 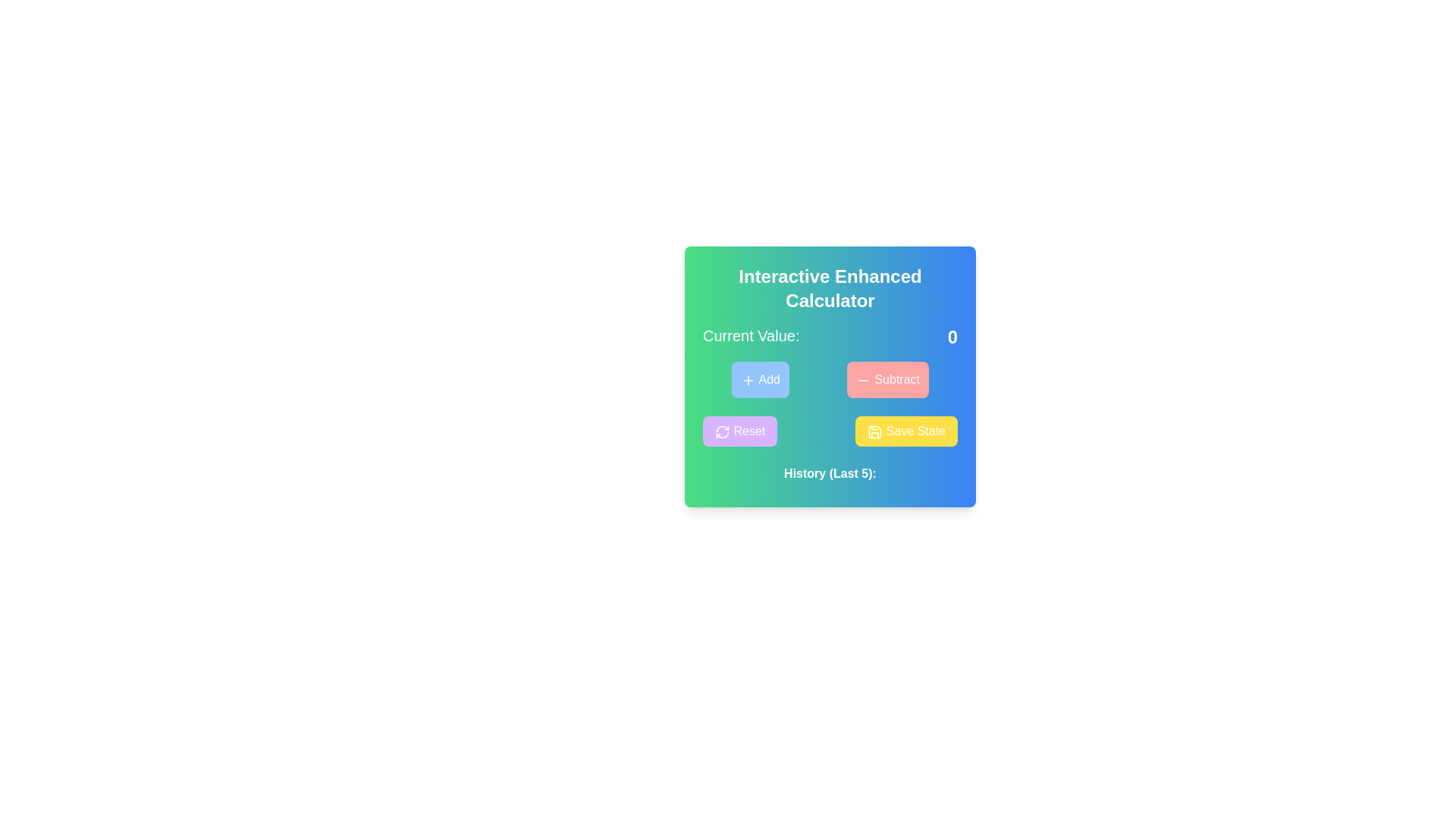 What do you see at coordinates (829, 472) in the screenshot?
I see `text label that serves as a header for the last 5 entries of the history or log, located at the bottom of the card interface above the listed items` at bounding box center [829, 472].